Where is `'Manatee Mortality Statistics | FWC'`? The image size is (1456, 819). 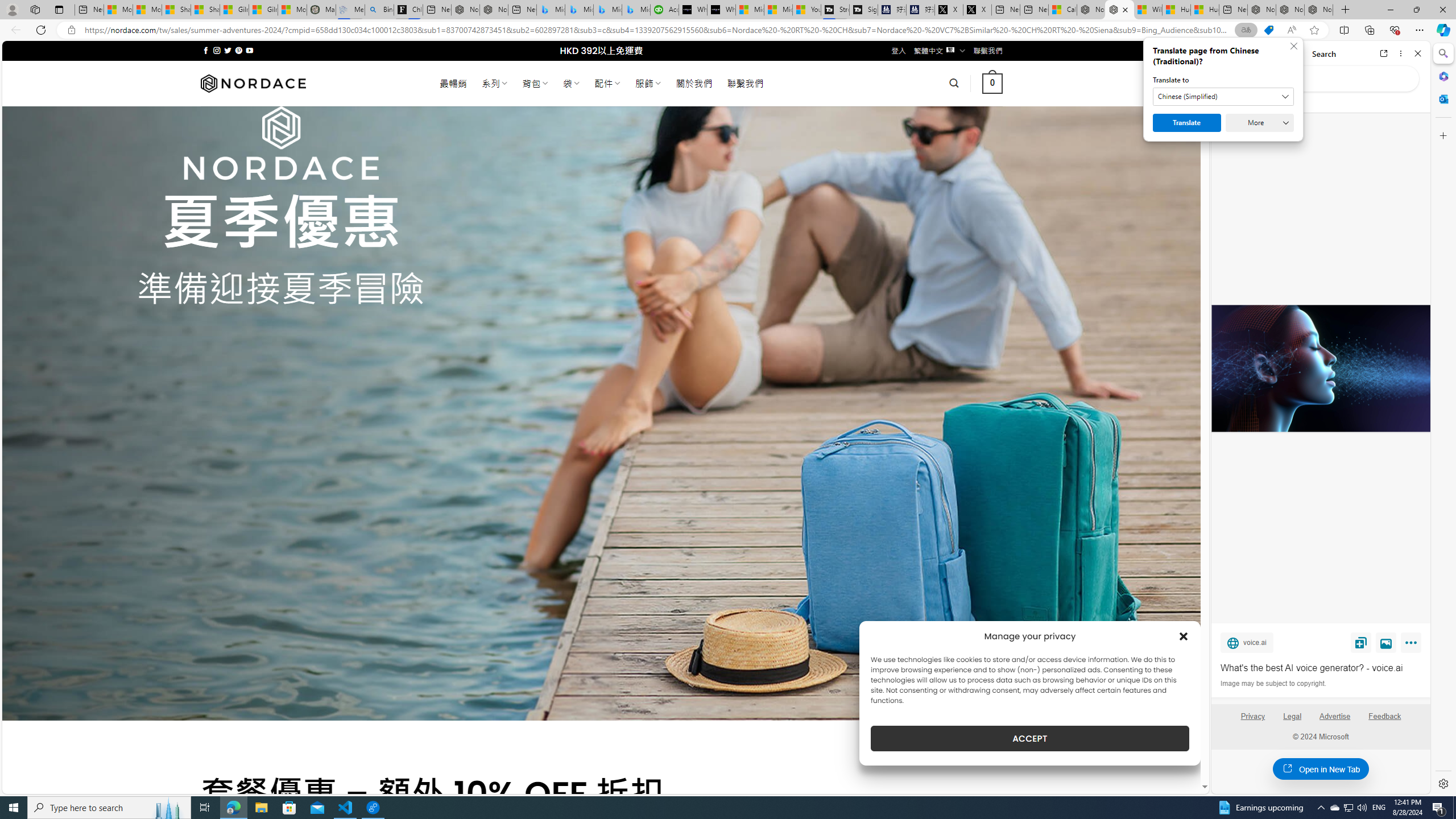
'Manatee Mortality Statistics | FWC' is located at coordinates (320, 9).